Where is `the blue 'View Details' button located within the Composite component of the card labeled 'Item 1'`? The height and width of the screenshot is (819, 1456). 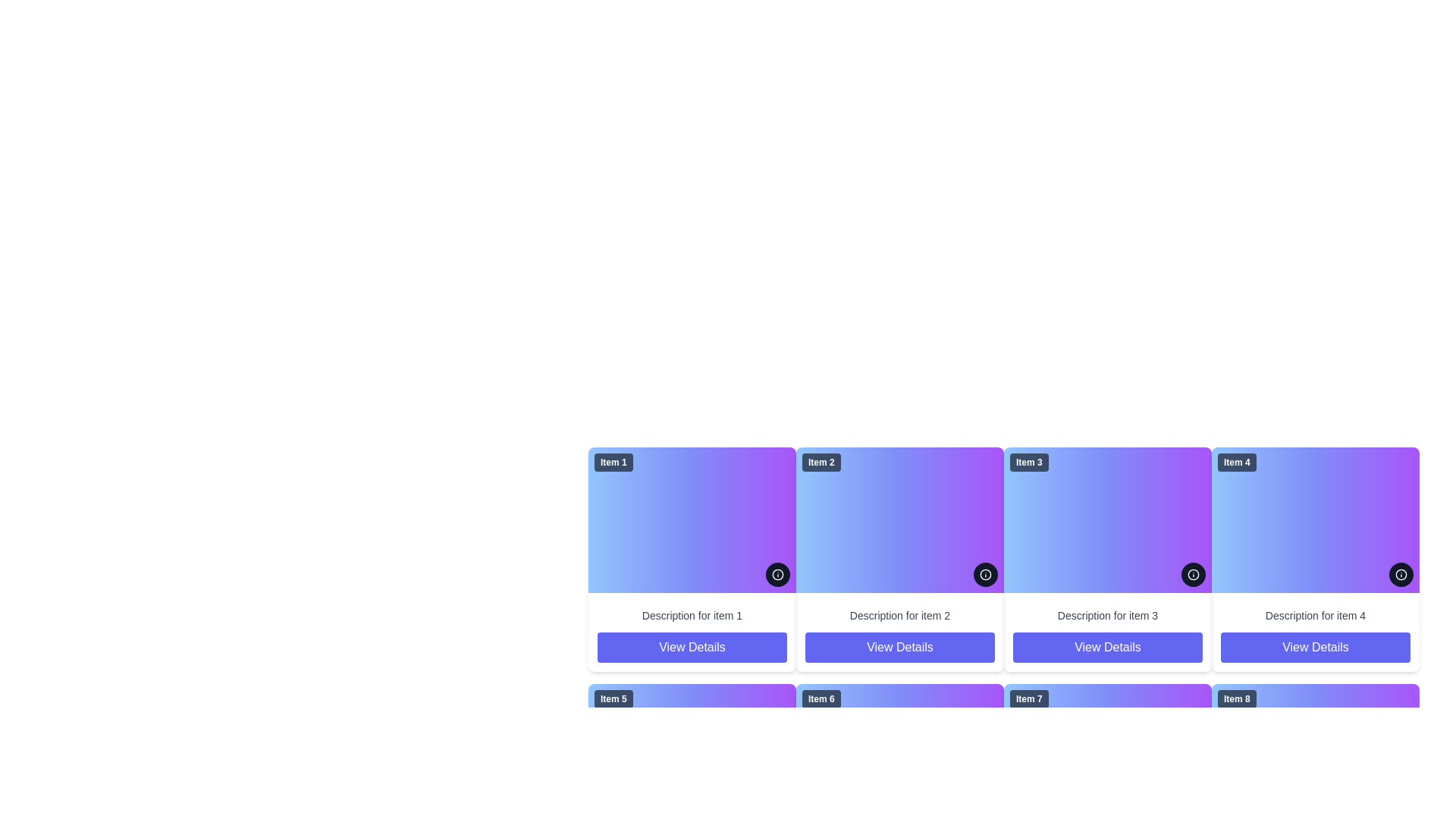
the blue 'View Details' button located within the Composite component of the card labeled 'Item 1' is located at coordinates (691, 632).